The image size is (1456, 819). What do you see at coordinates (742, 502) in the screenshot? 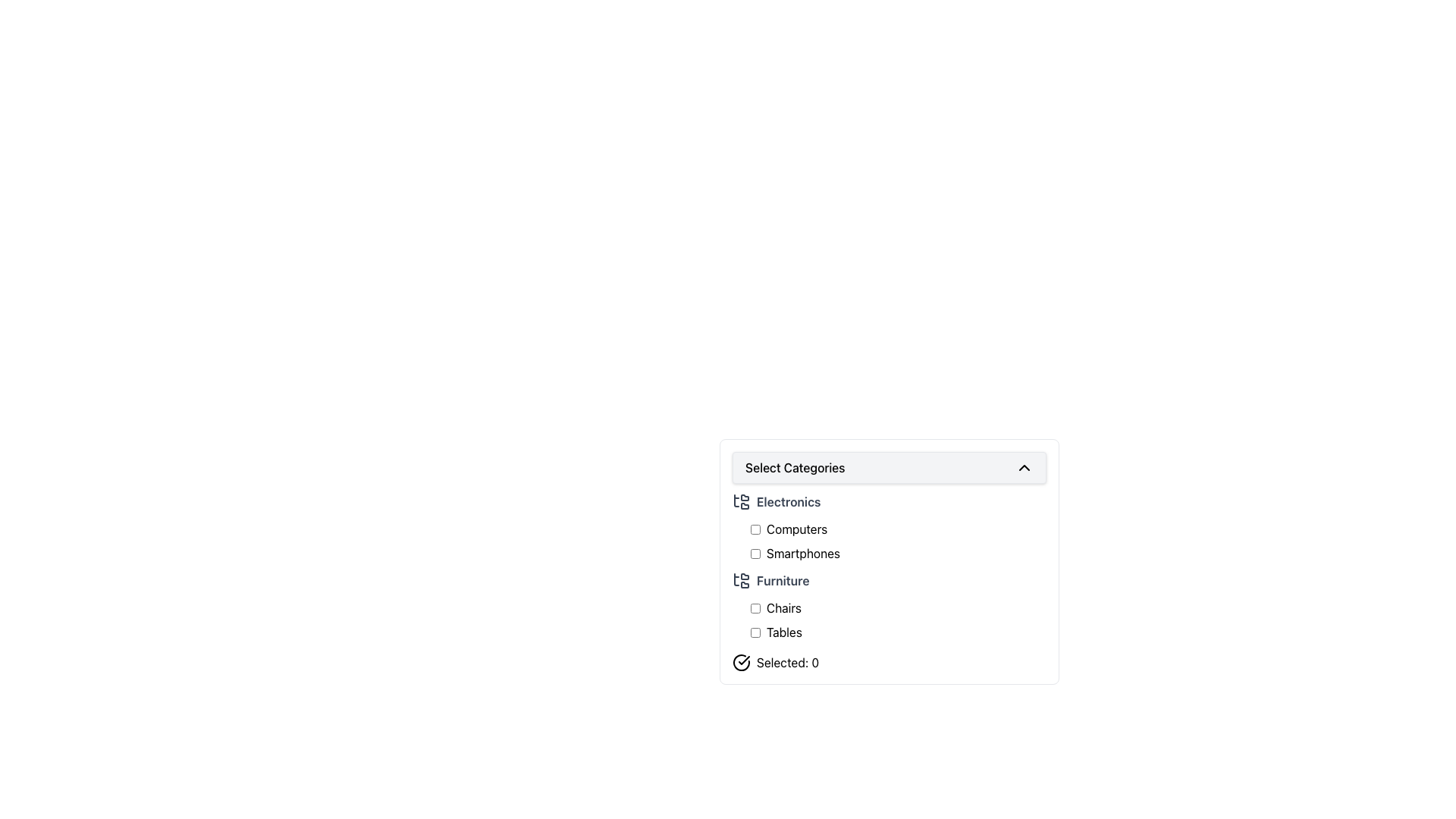
I see `the small folder-tree icon located to the left of the text 'Electronics' in the main dropdown area` at bounding box center [742, 502].